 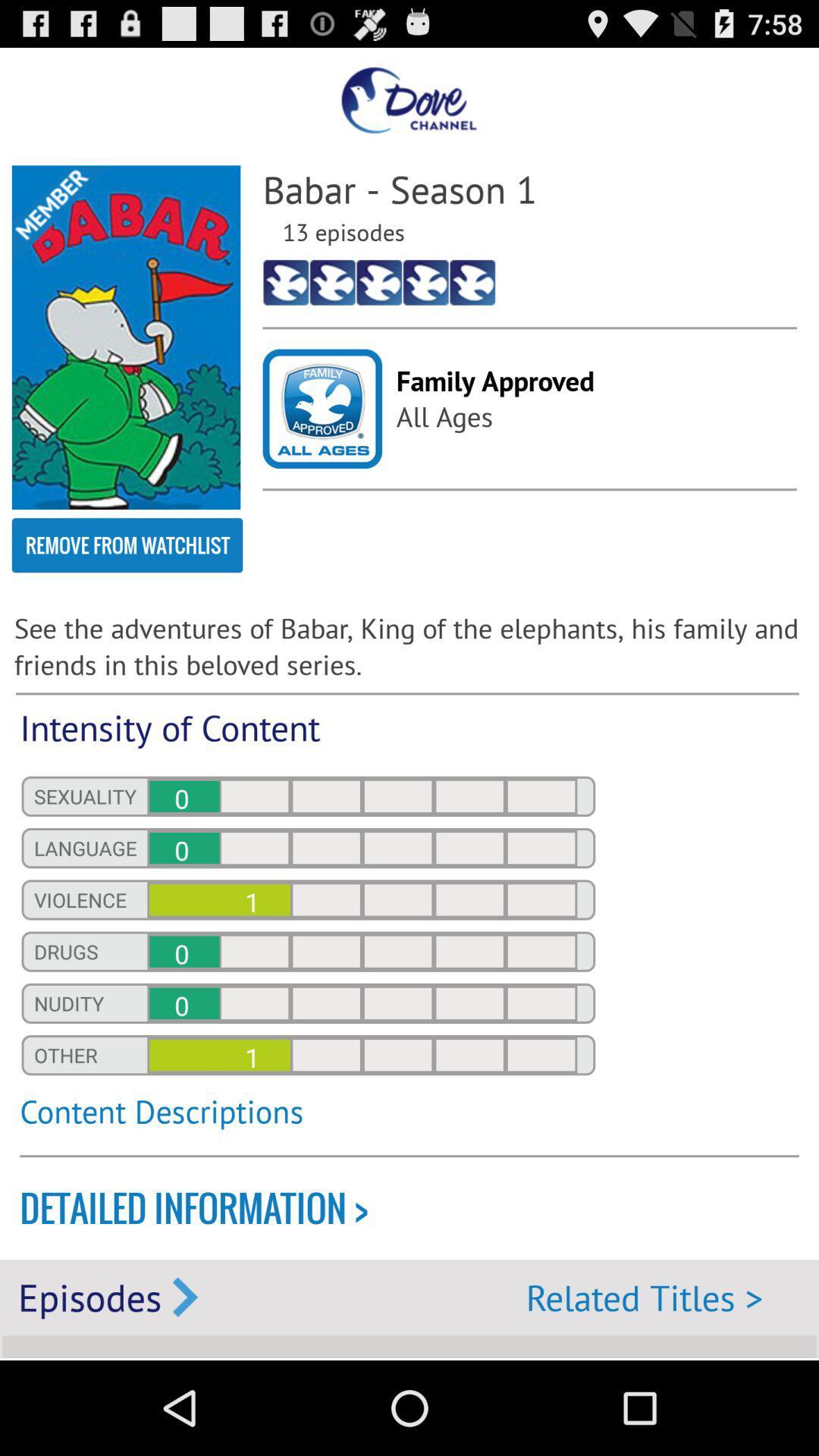 What do you see at coordinates (127, 545) in the screenshot?
I see `the remove from watchlist` at bounding box center [127, 545].